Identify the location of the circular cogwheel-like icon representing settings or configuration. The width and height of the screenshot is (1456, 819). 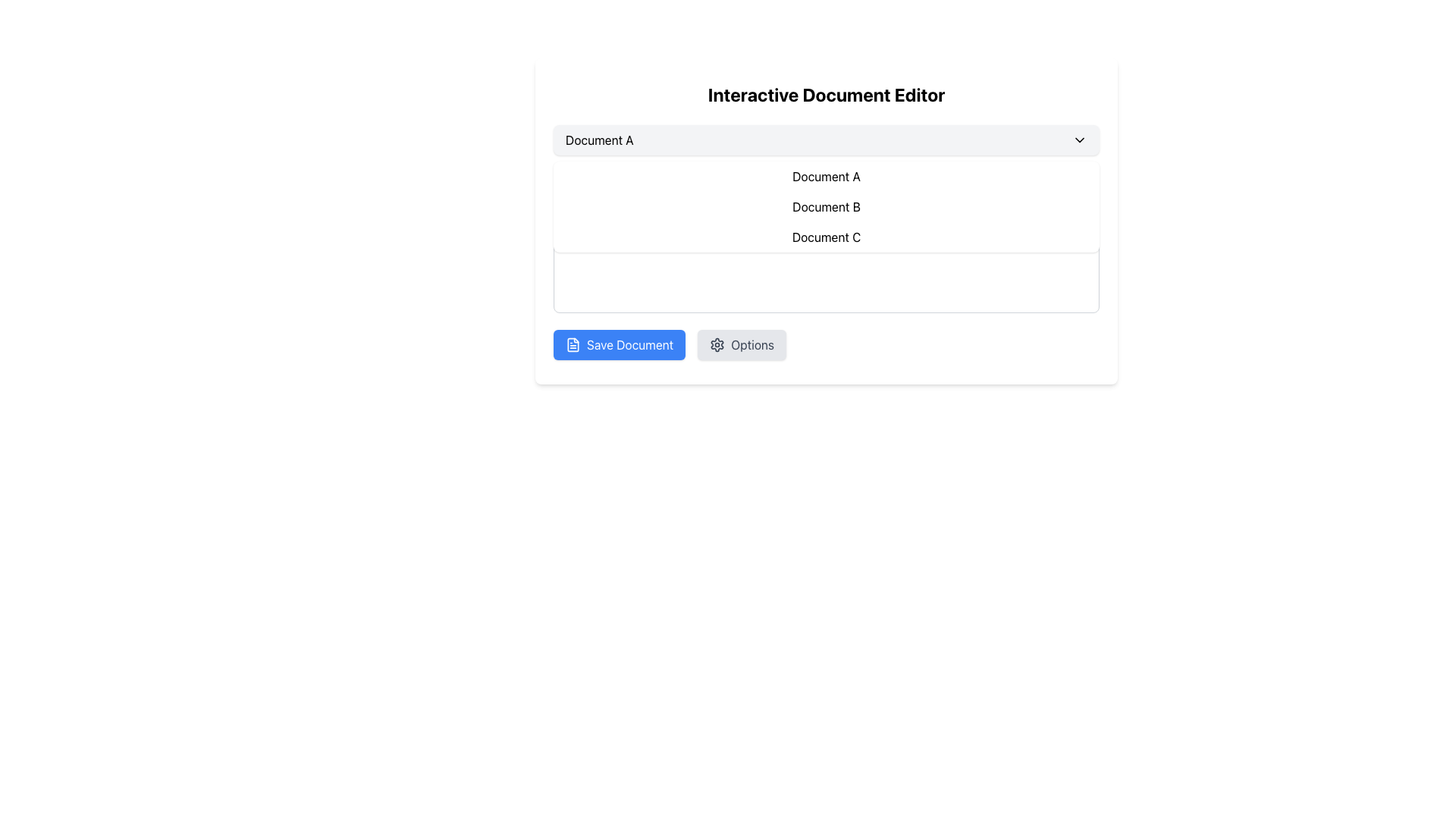
(717, 345).